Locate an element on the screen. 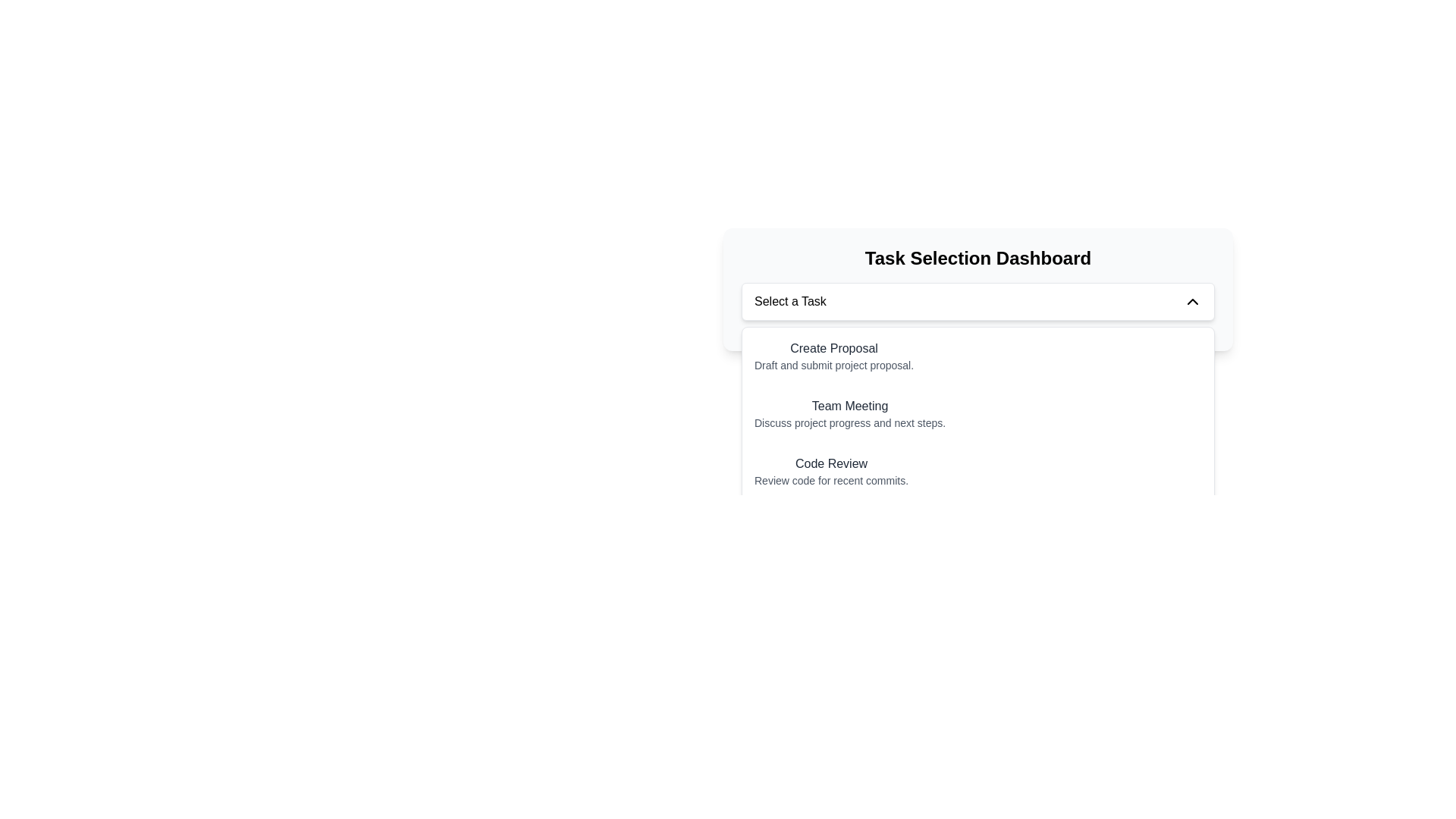 The width and height of the screenshot is (1456, 819). the small triangular-shaped icon resembling an upward-pointing chevron located in the right section of the dropdown header bar labeled 'Select a Task' is located at coordinates (1192, 301).